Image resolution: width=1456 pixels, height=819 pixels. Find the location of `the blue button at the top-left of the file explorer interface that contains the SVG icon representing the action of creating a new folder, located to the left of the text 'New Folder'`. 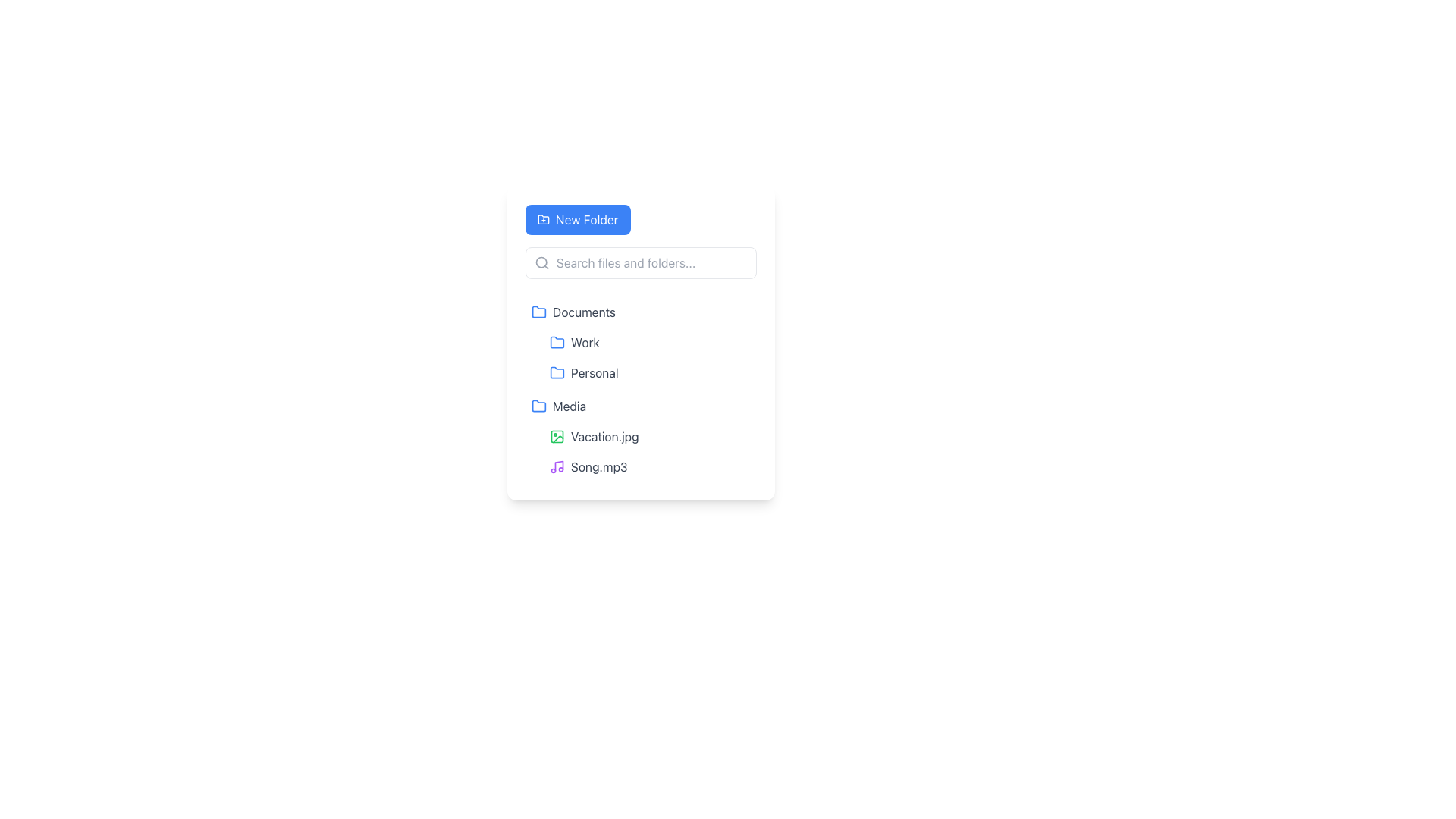

the blue button at the top-left of the file explorer interface that contains the SVG icon representing the action of creating a new folder, located to the left of the text 'New Folder' is located at coordinates (543, 219).